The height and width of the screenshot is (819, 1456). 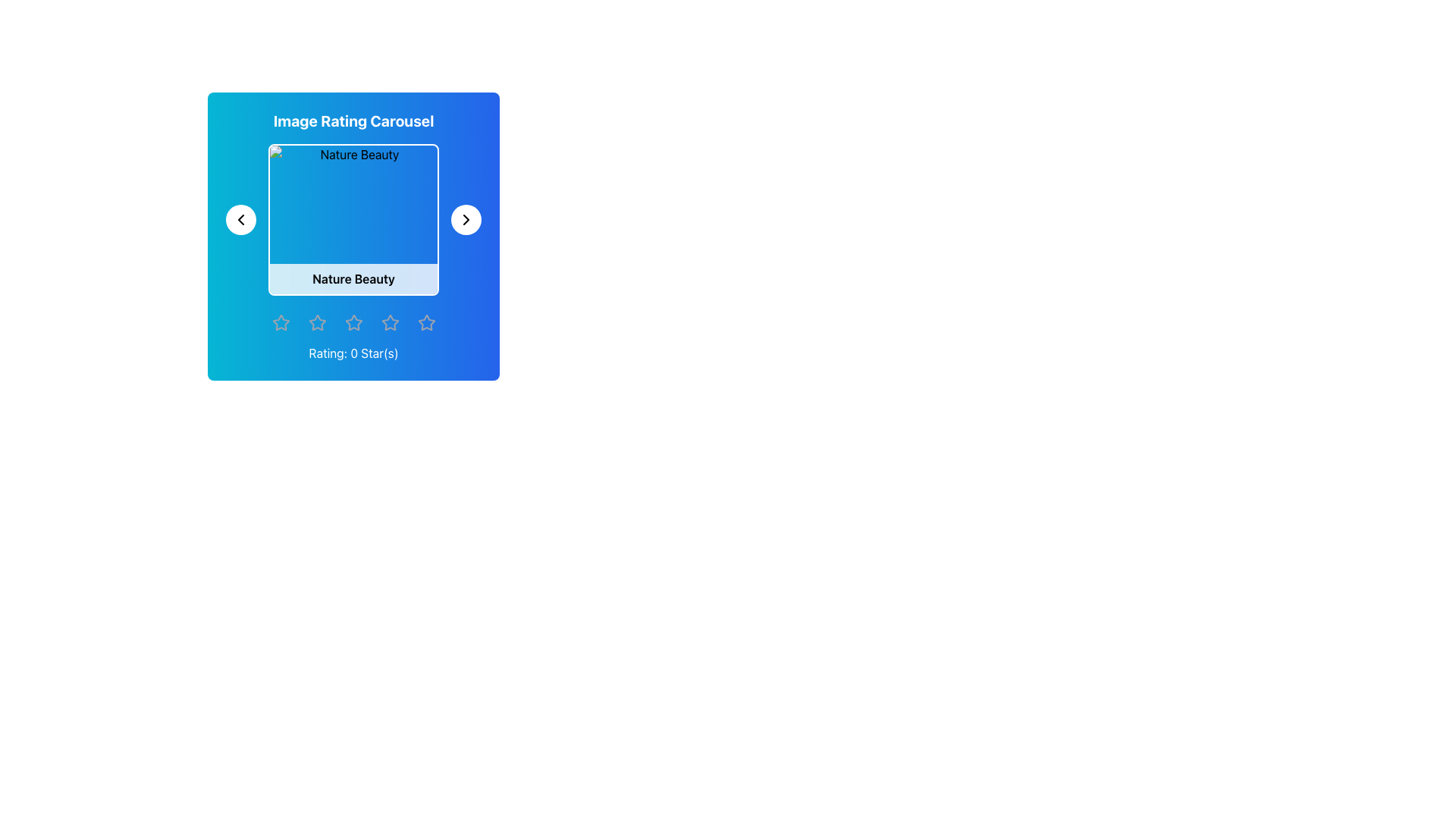 What do you see at coordinates (425, 322) in the screenshot?
I see `the last star icon in the rating section, which is a five-point star with a gray outline` at bounding box center [425, 322].